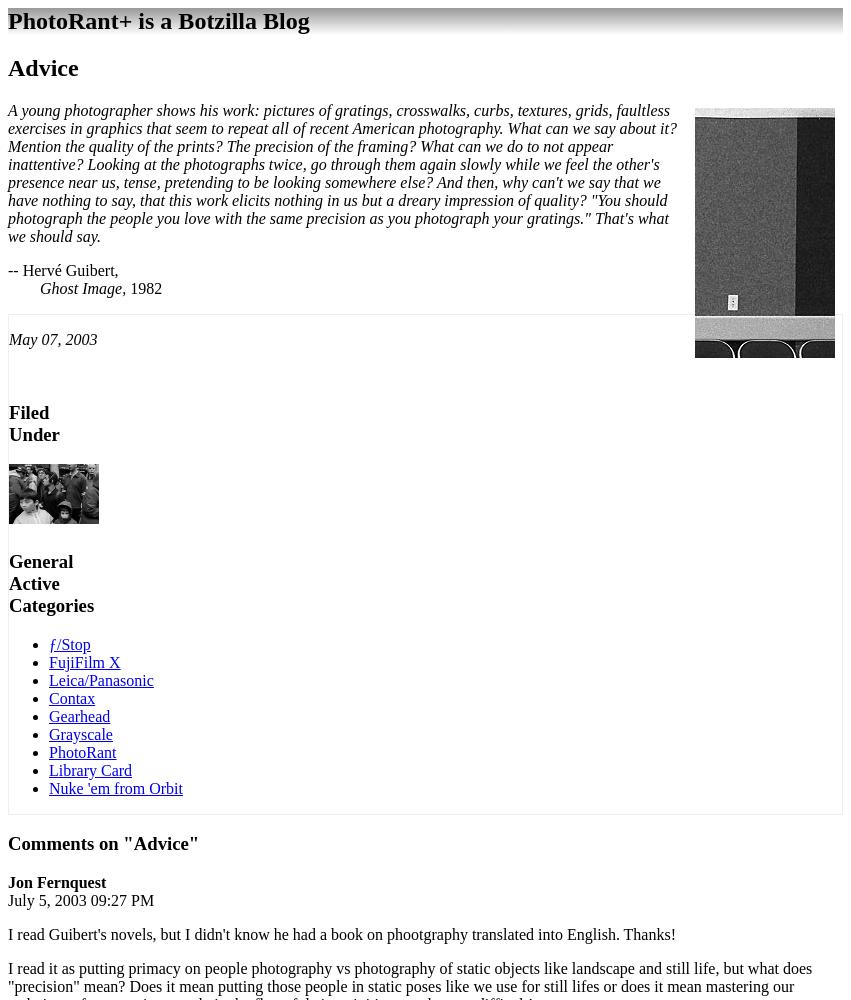  Describe the element at coordinates (57, 882) in the screenshot. I see `'Jon Fernquest'` at that location.